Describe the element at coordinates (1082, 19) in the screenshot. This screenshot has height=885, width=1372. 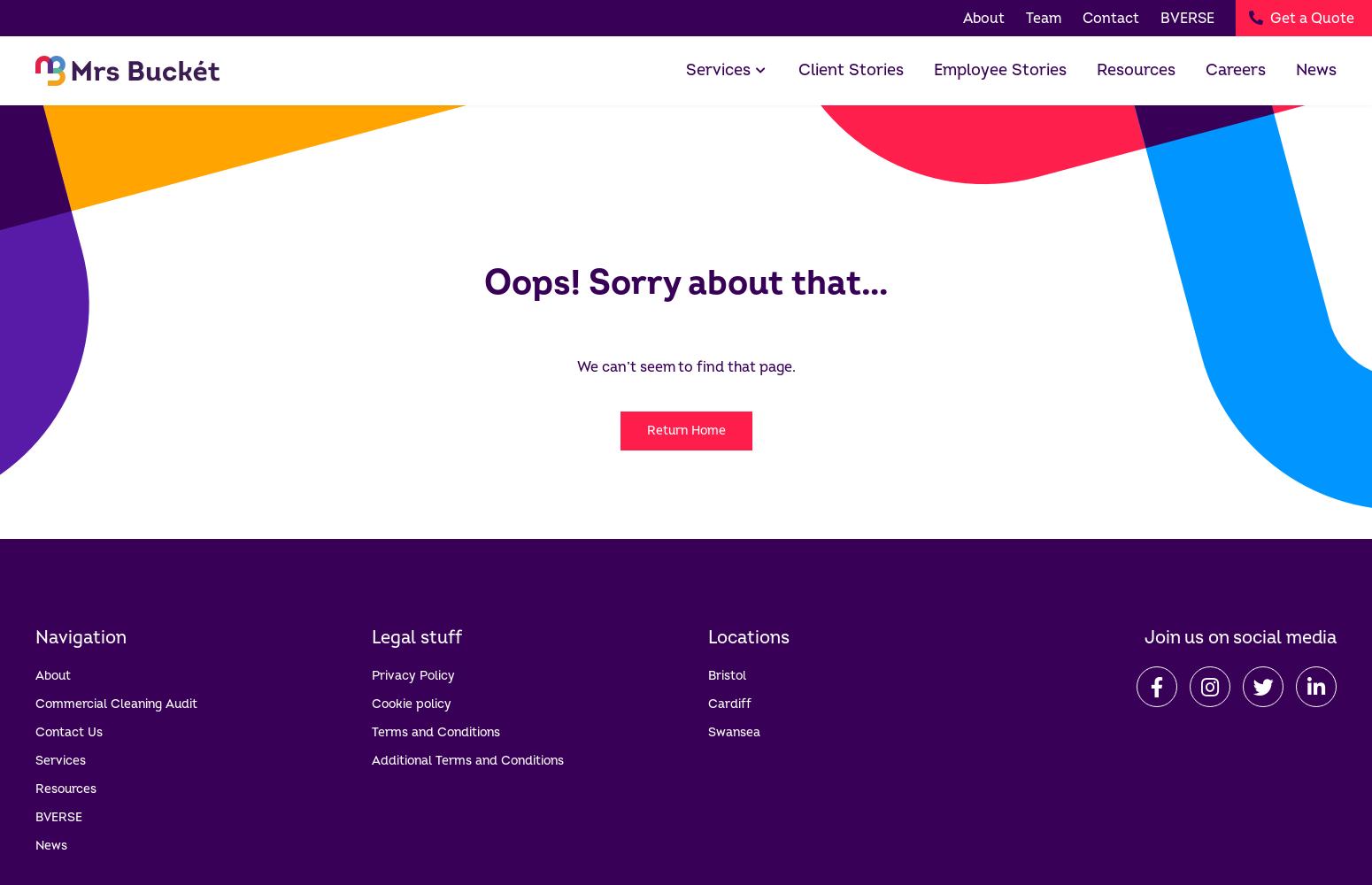
I see `'Contact'` at that location.